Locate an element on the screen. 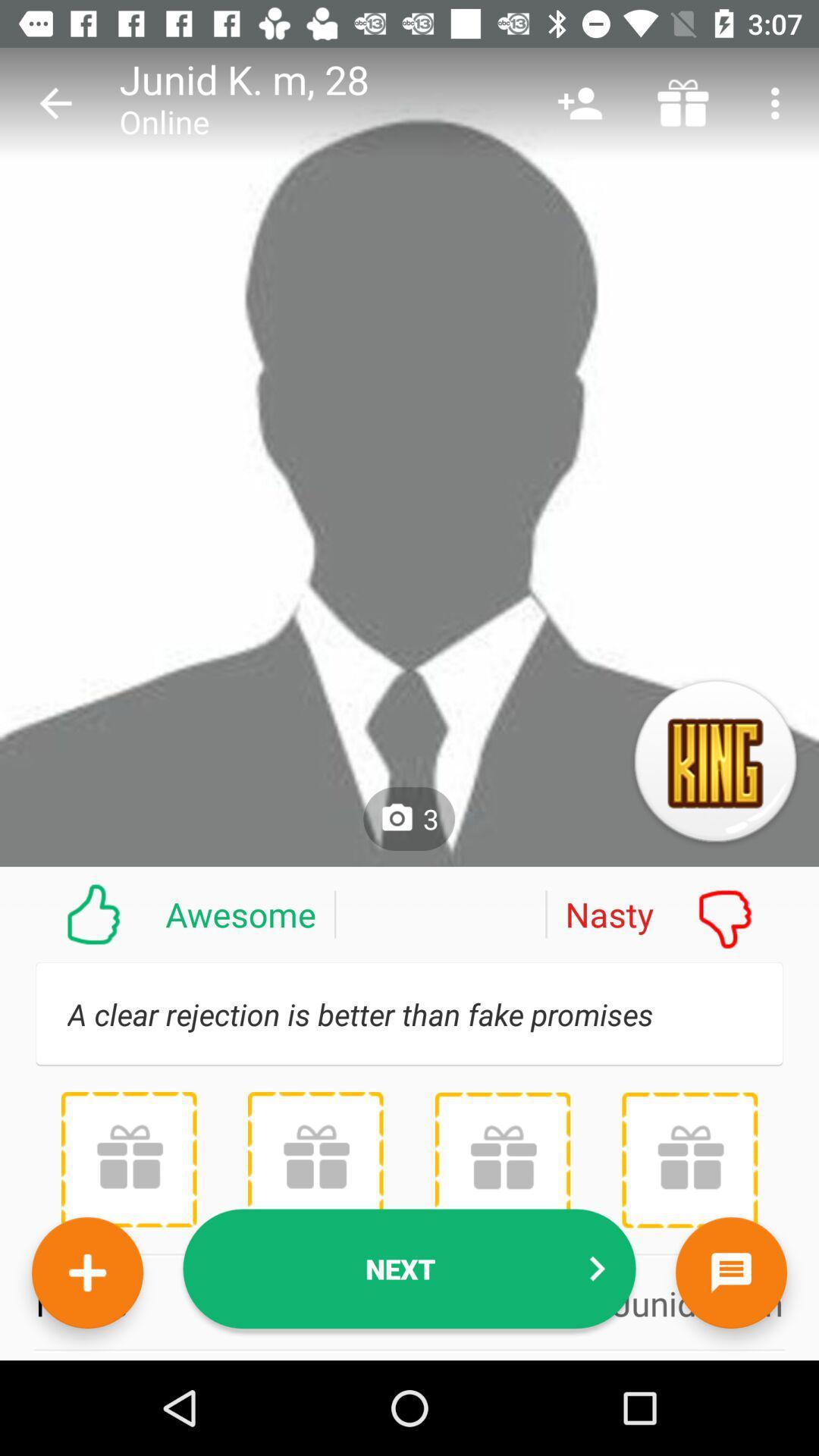  icon to the right of  m, 28 item is located at coordinates (579, 102).